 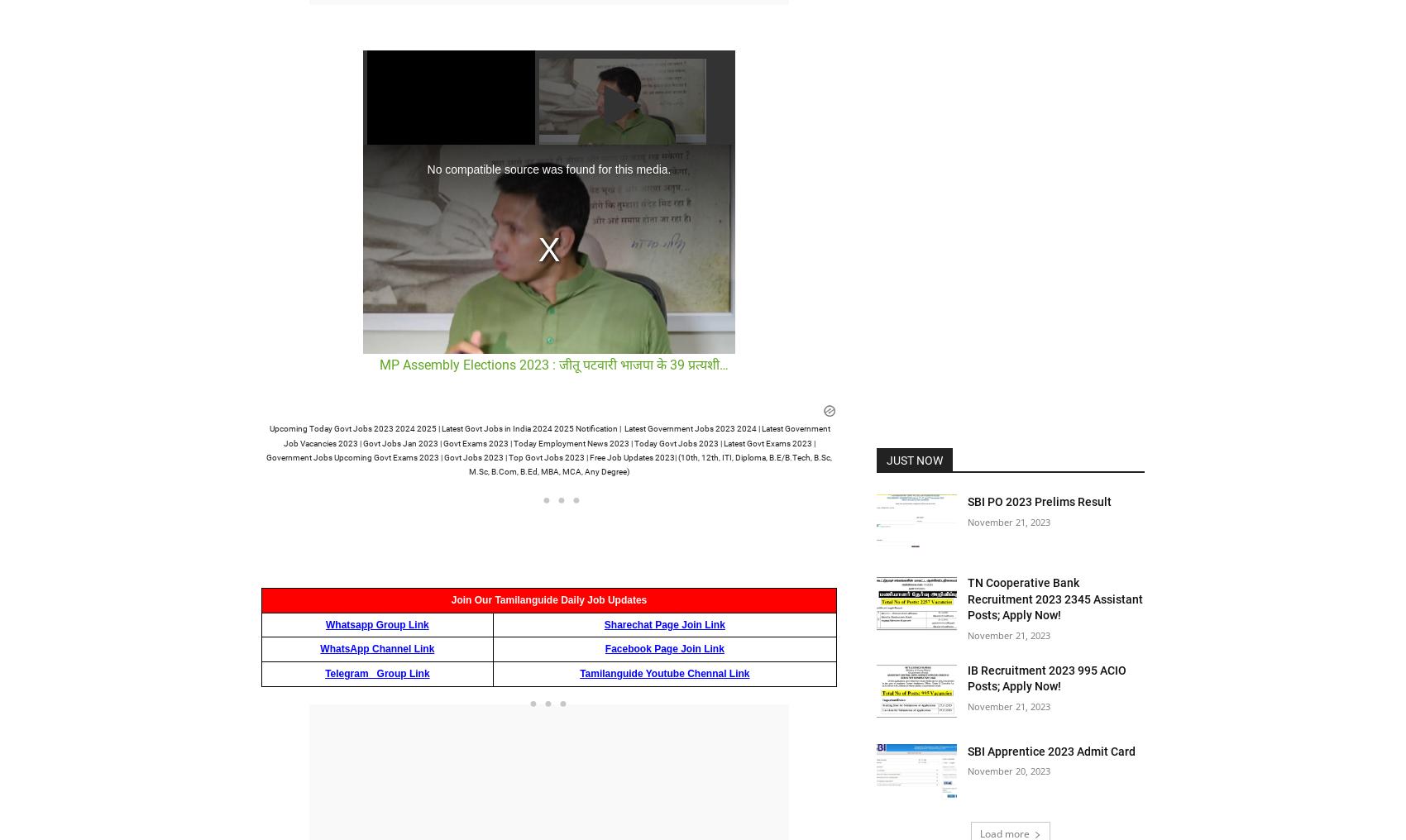 What do you see at coordinates (663, 673) in the screenshot?
I see `'Tamilanguide Youtube Chennal Link'` at bounding box center [663, 673].